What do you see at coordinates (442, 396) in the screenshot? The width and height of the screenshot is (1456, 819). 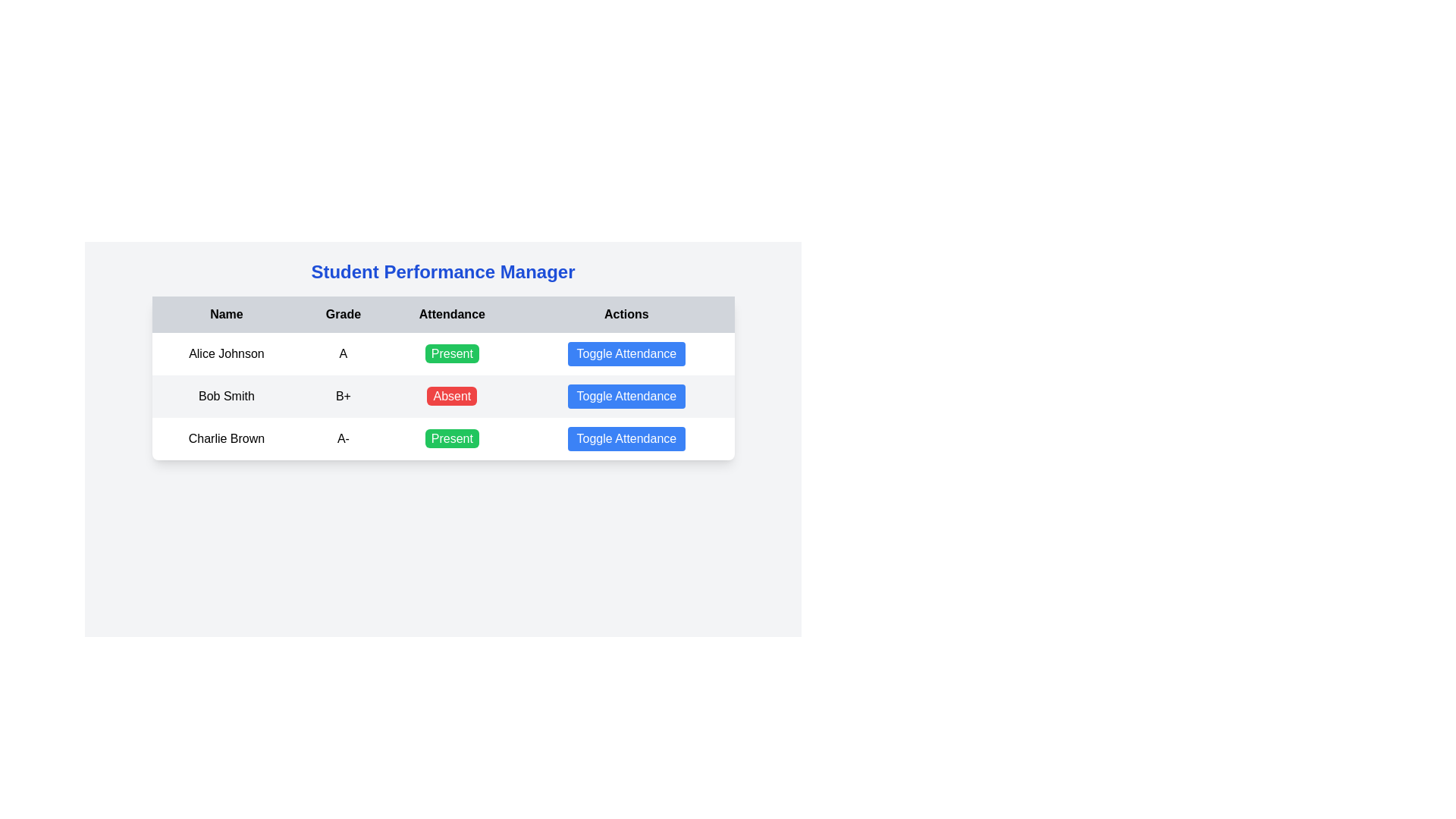 I see `text information from the second row of the student performance table, which contains details about 'Bob Smith' including name, grade, and attendance status` at bounding box center [442, 396].